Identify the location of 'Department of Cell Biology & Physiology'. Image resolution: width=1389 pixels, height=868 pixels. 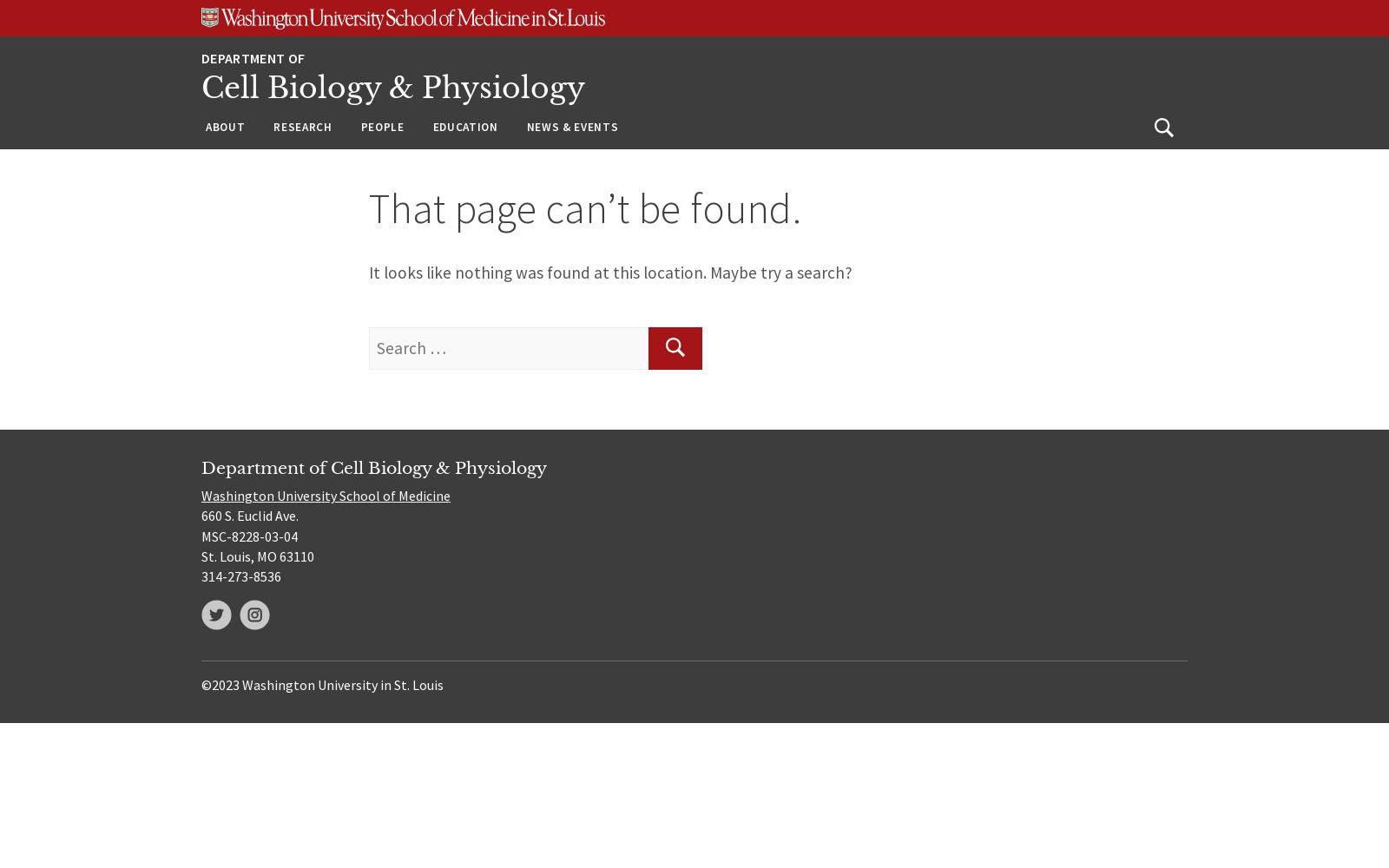
(373, 467).